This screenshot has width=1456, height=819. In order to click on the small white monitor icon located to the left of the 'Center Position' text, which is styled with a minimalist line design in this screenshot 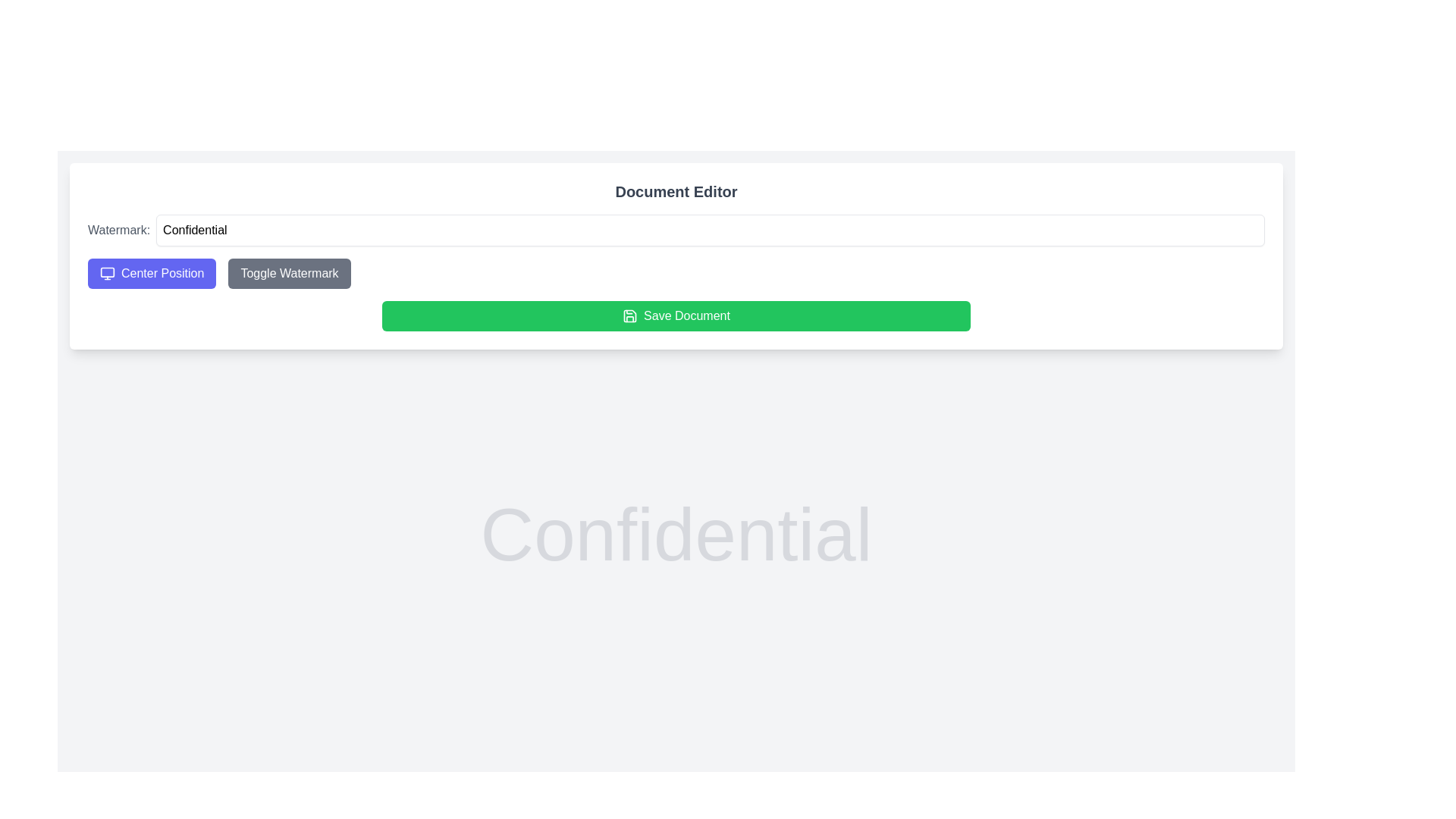, I will do `click(107, 274)`.